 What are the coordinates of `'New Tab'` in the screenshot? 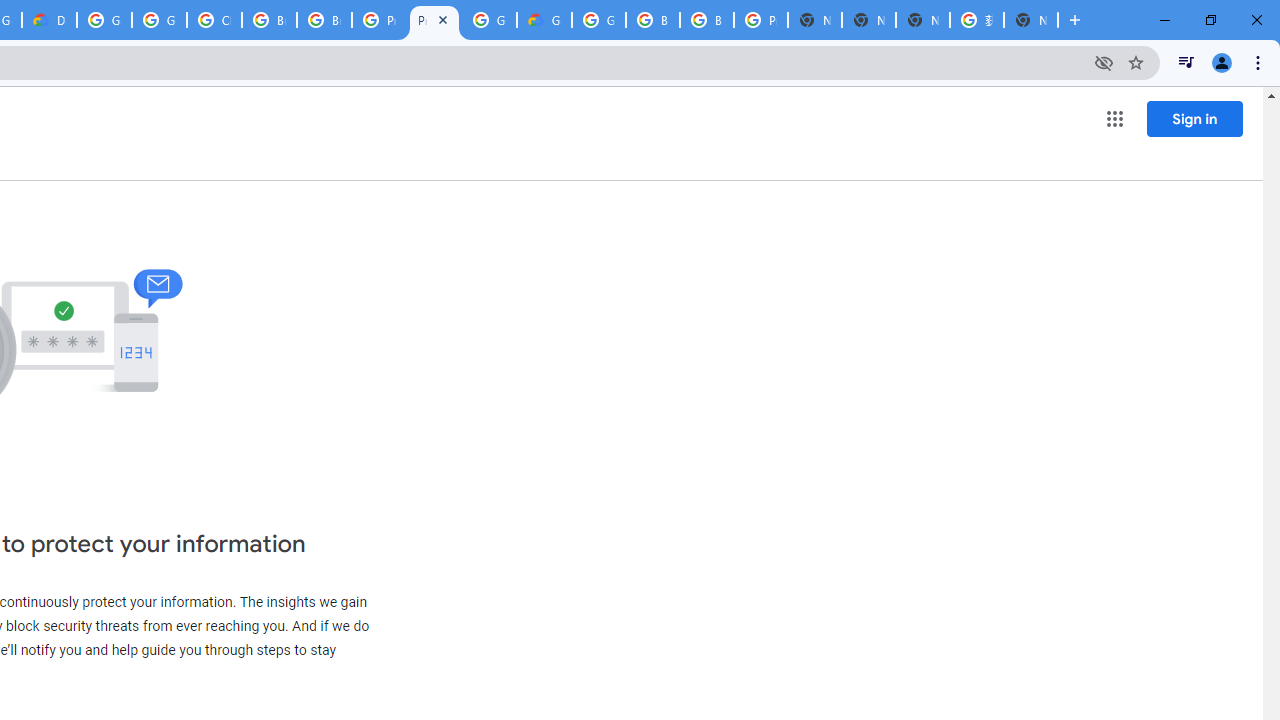 It's located at (1031, 20).